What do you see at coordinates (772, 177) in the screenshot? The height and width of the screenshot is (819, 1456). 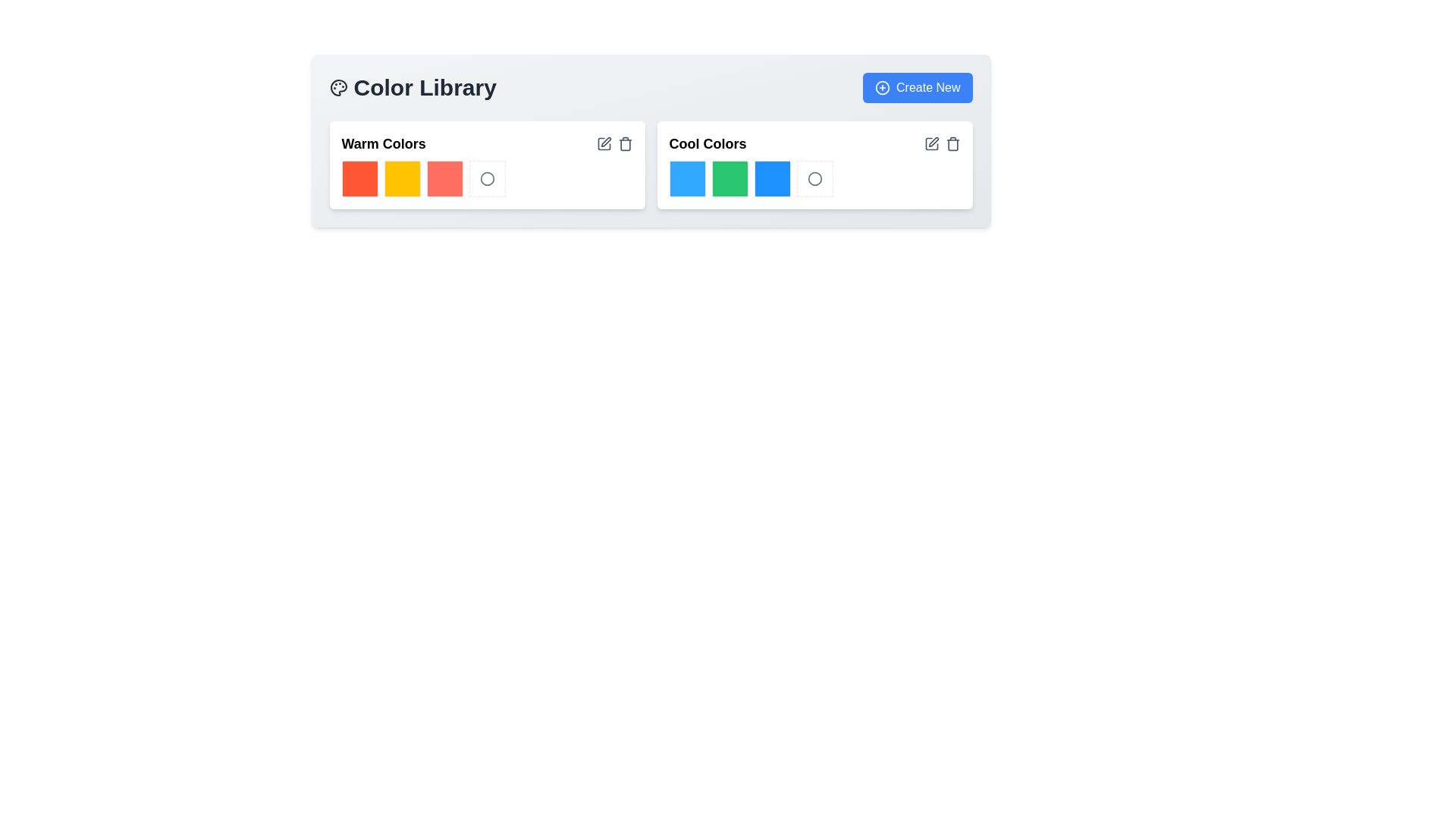 I see `the third square color swatch in the 'Cool Colors' section of the 'Color Library' card` at bounding box center [772, 177].